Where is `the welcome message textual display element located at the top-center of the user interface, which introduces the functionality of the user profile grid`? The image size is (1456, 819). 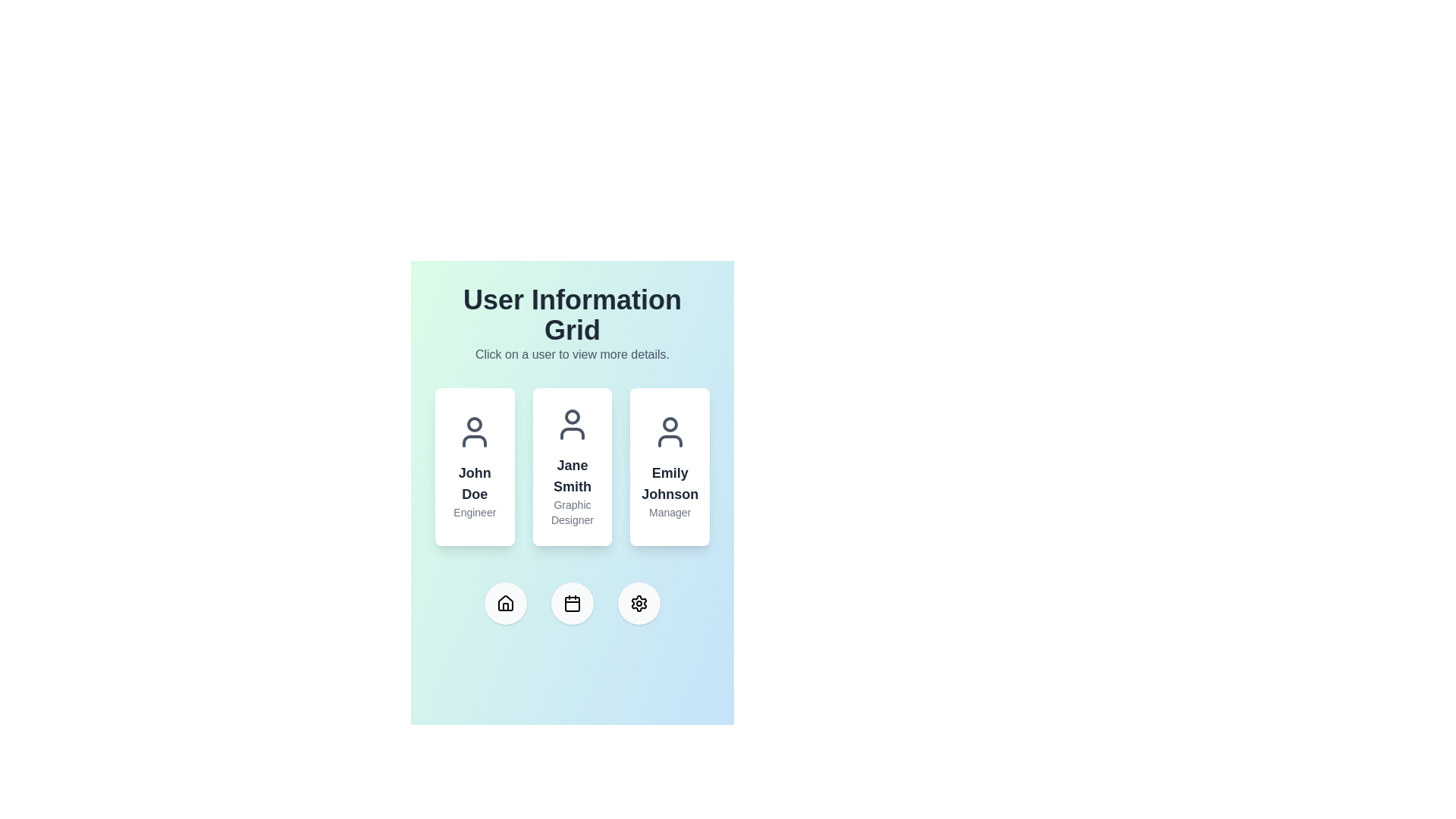
the welcome message textual display element located at the top-center of the user interface, which introduces the functionality of the user profile grid is located at coordinates (571, 324).